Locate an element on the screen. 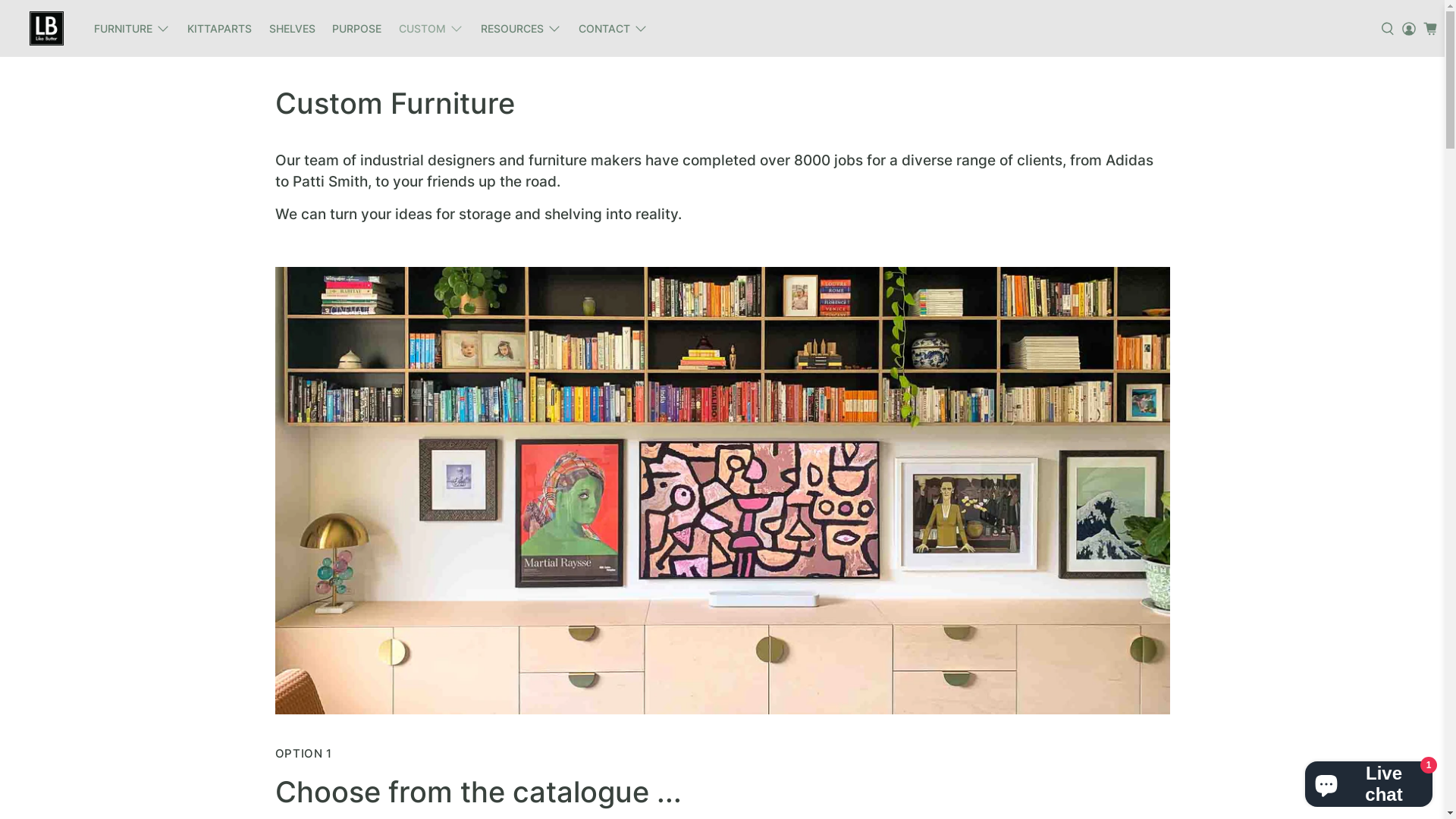 The width and height of the screenshot is (1456, 819). 'Shopify online store chat' is located at coordinates (1368, 780).